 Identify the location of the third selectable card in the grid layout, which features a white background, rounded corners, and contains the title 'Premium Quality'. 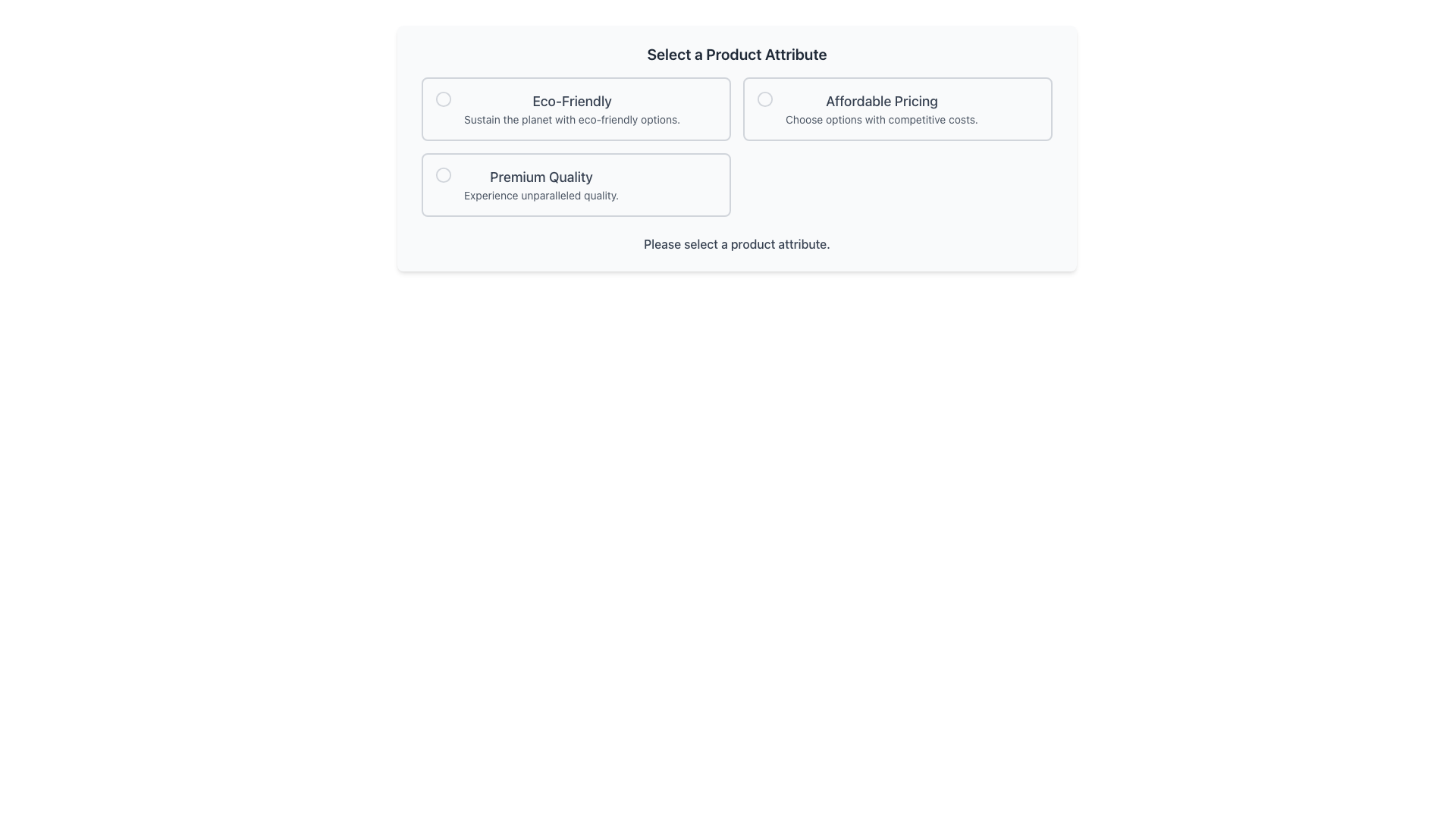
(575, 184).